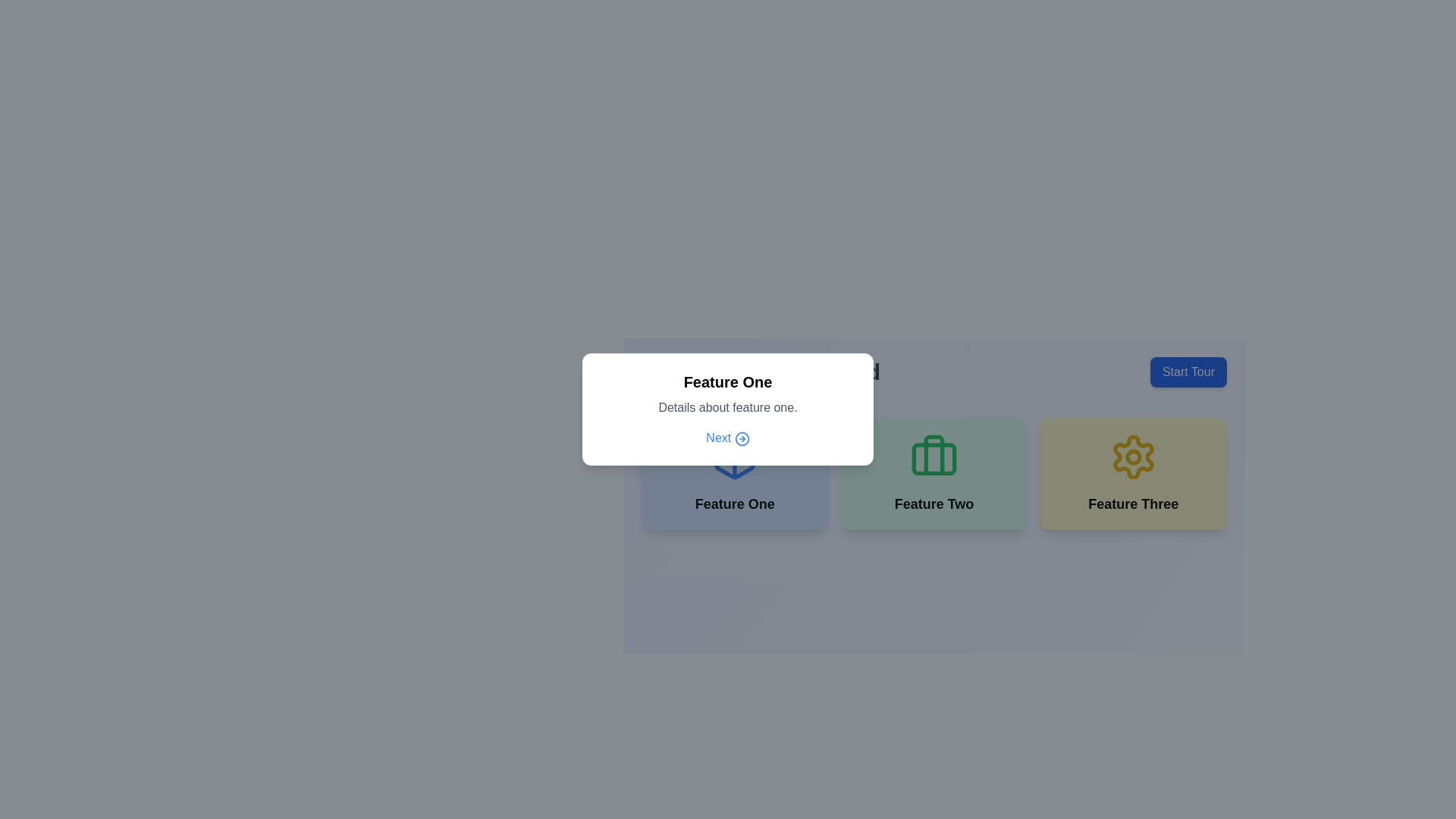 Image resolution: width=1456 pixels, height=819 pixels. I want to click on the bold text element labeled 'Feature Three' located at the bottom section of the card, so click(1133, 504).